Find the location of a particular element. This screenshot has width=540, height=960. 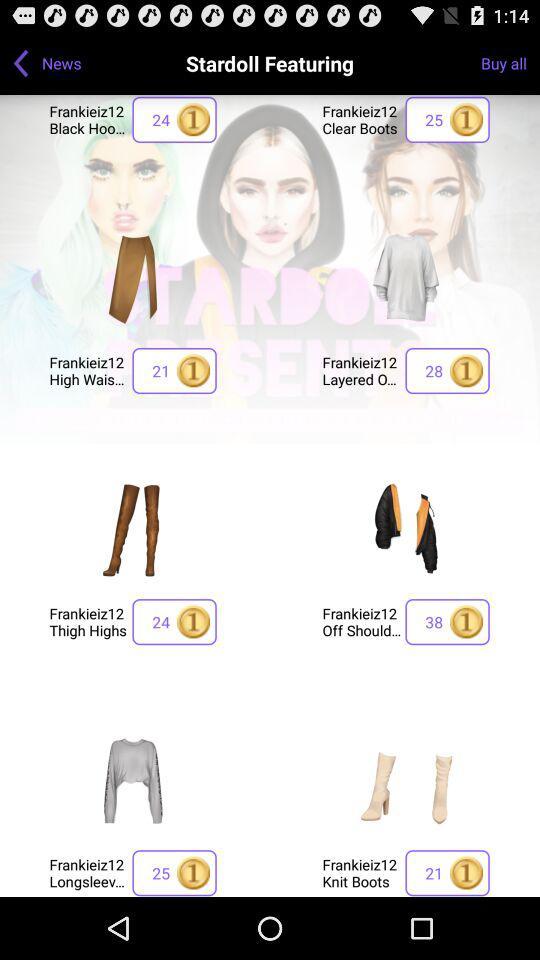

previous is located at coordinates (20, 62).